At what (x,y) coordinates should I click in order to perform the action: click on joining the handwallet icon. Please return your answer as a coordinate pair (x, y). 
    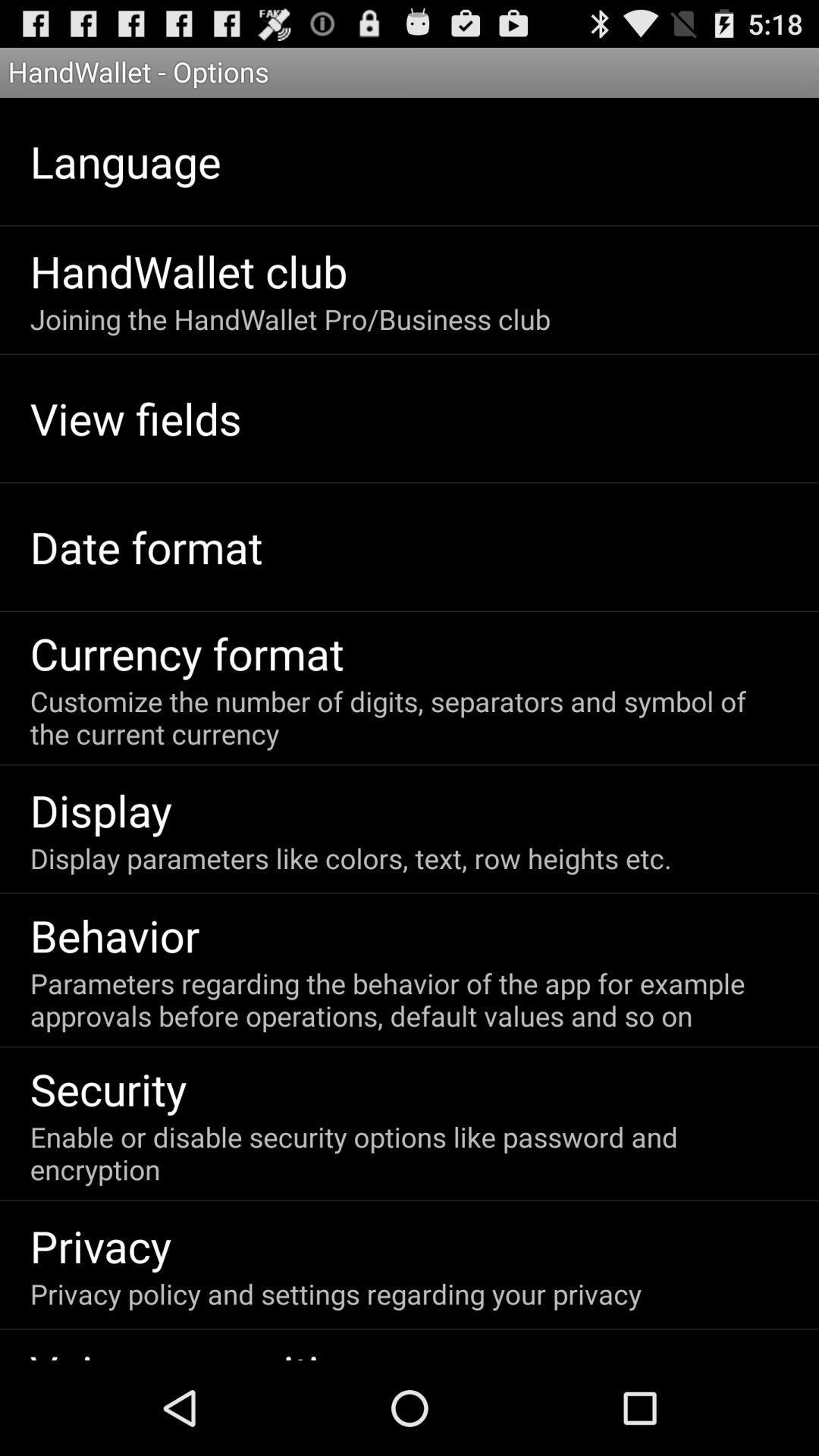
    Looking at the image, I should click on (290, 318).